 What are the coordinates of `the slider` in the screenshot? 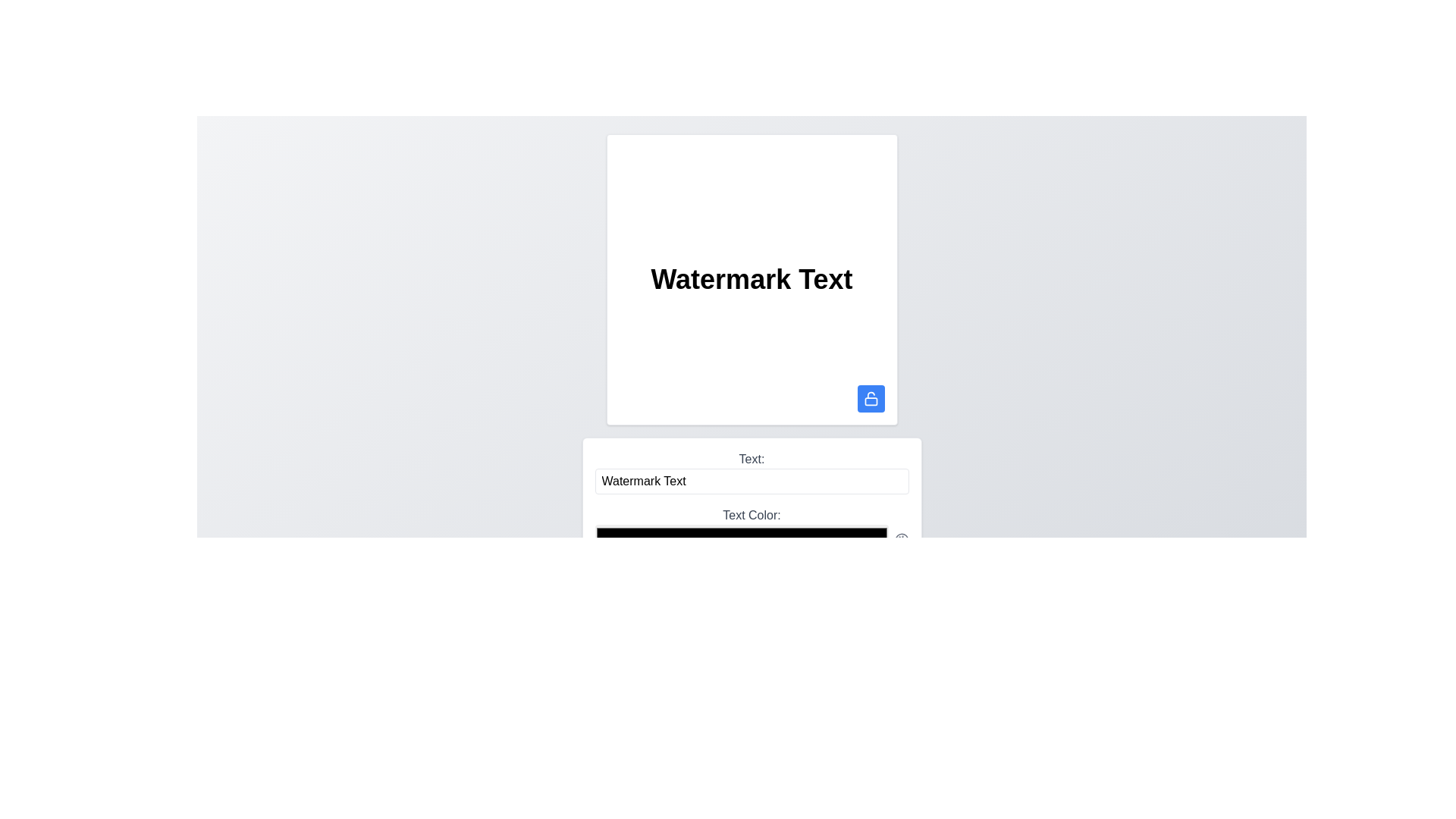 It's located at (673, 592).